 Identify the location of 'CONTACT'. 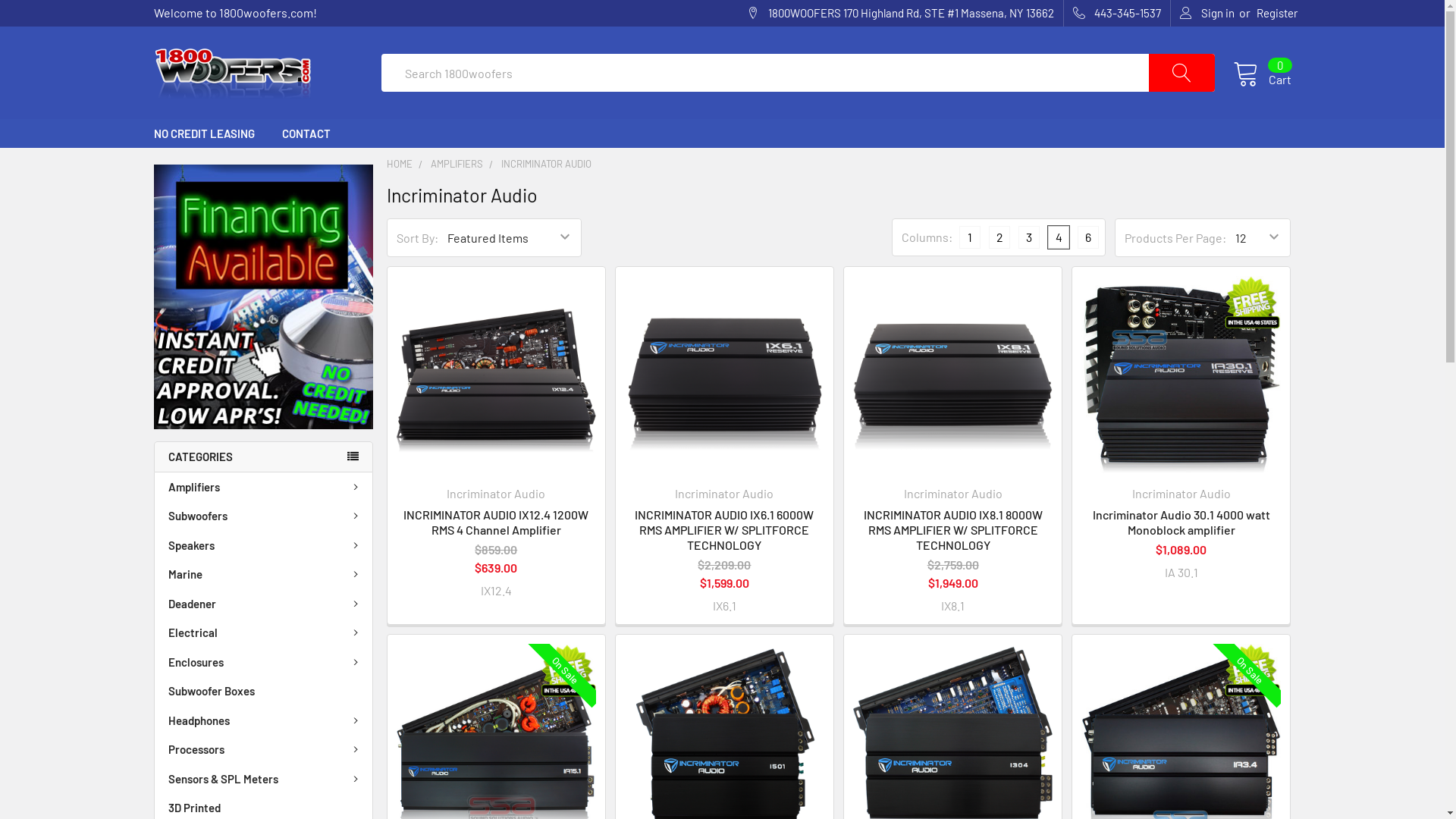
(305, 132).